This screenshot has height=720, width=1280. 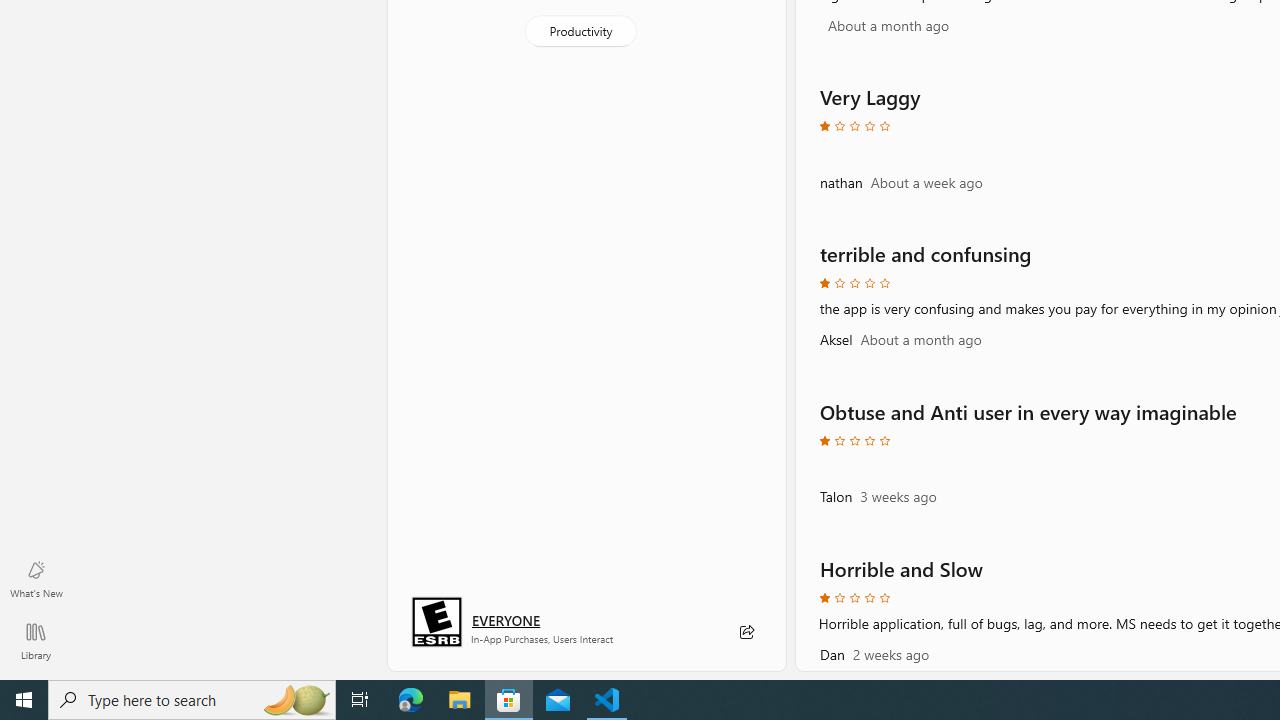 What do you see at coordinates (35, 640) in the screenshot?
I see `'Library'` at bounding box center [35, 640].